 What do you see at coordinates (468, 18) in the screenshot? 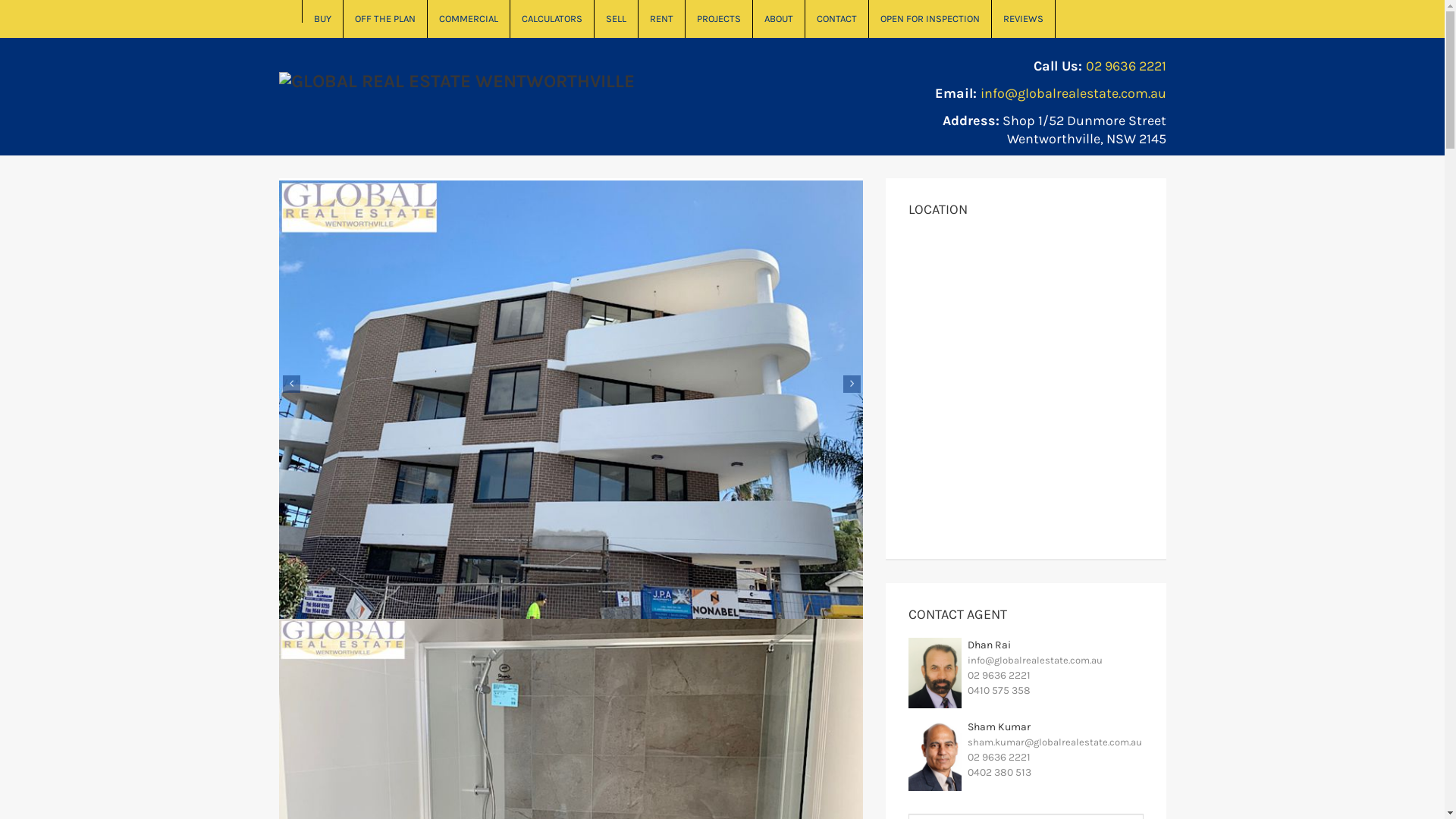
I see `'COMMERCIAL'` at bounding box center [468, 18].